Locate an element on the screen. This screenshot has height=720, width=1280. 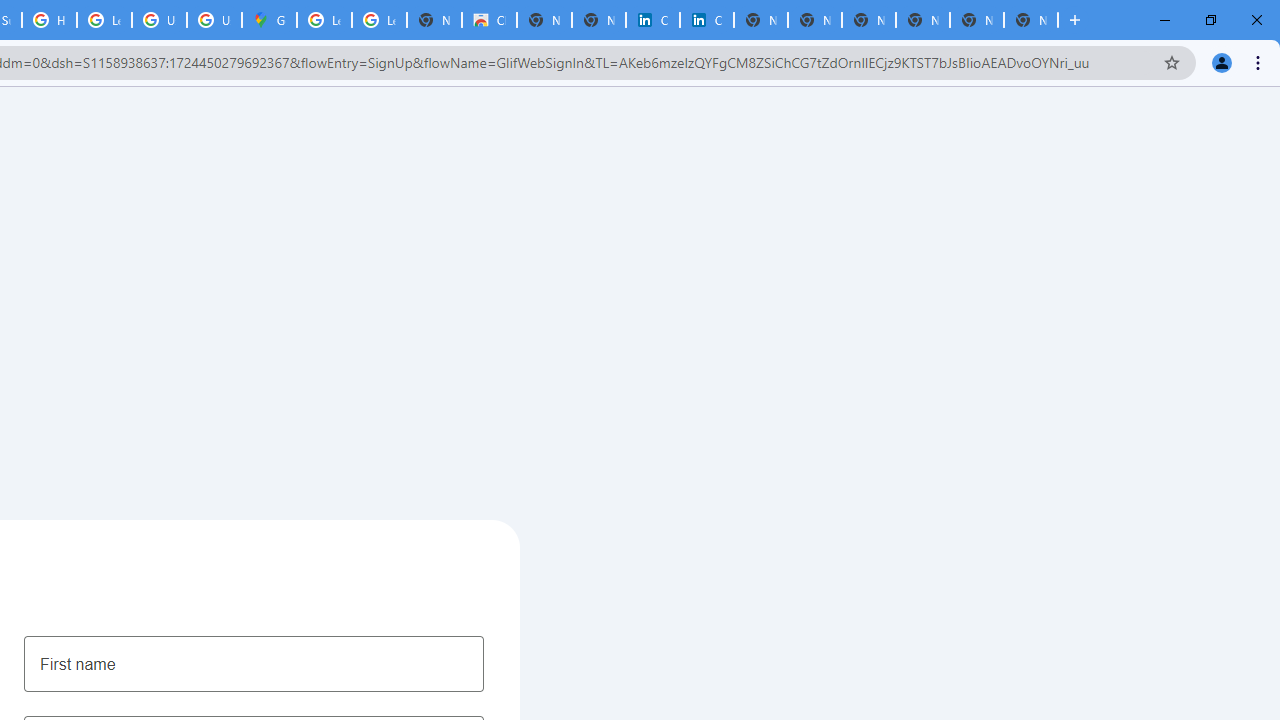
'Chrome Web Store' is located at coordinates (489, 20).